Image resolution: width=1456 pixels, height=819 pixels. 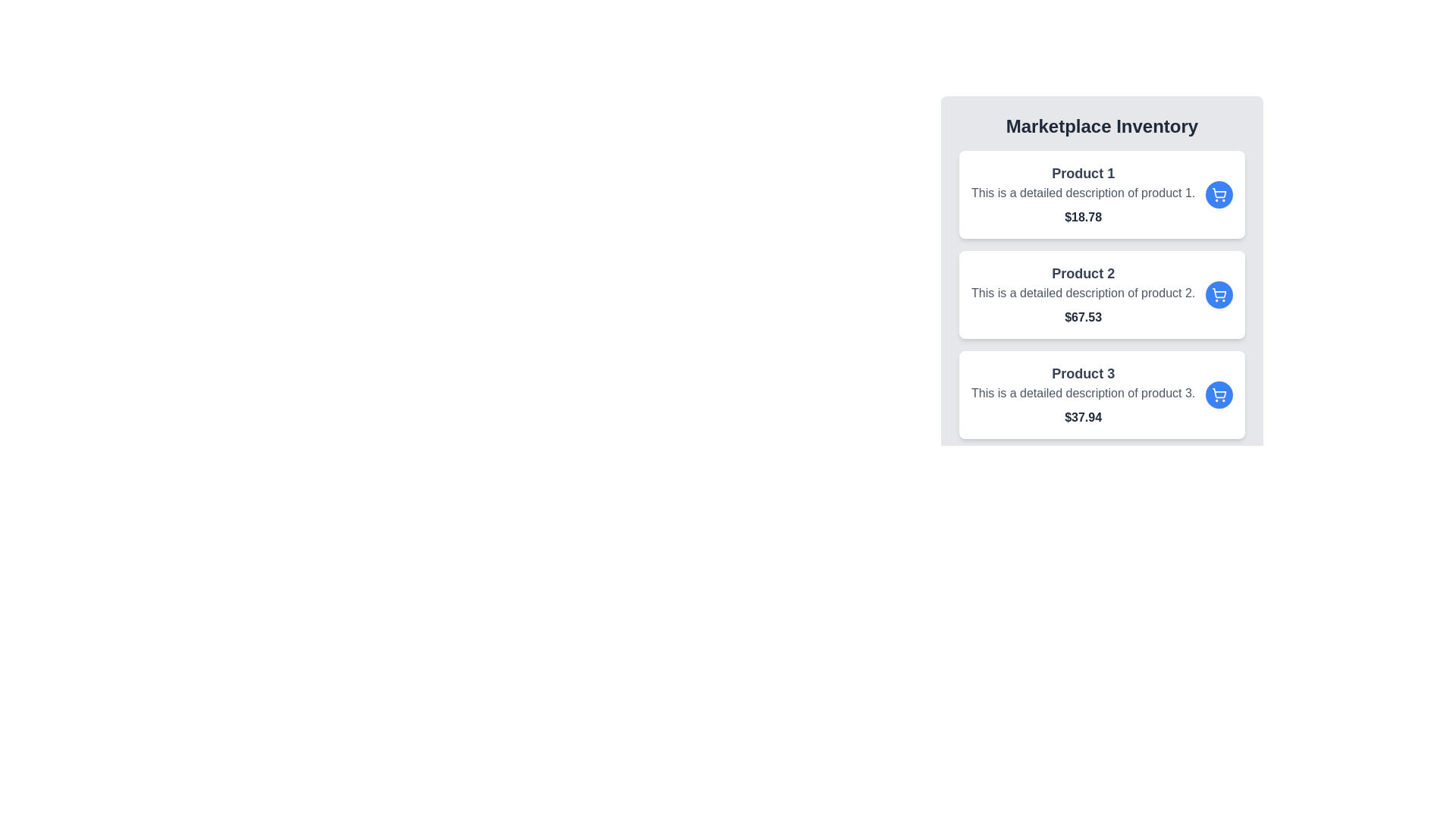 What do you see at coordinates (1082, 295) in the screenshot?
I see `textual information displayed in the product information element for 'Product 2', which includes its name, description, and price` at bounding box center [1082, 295].